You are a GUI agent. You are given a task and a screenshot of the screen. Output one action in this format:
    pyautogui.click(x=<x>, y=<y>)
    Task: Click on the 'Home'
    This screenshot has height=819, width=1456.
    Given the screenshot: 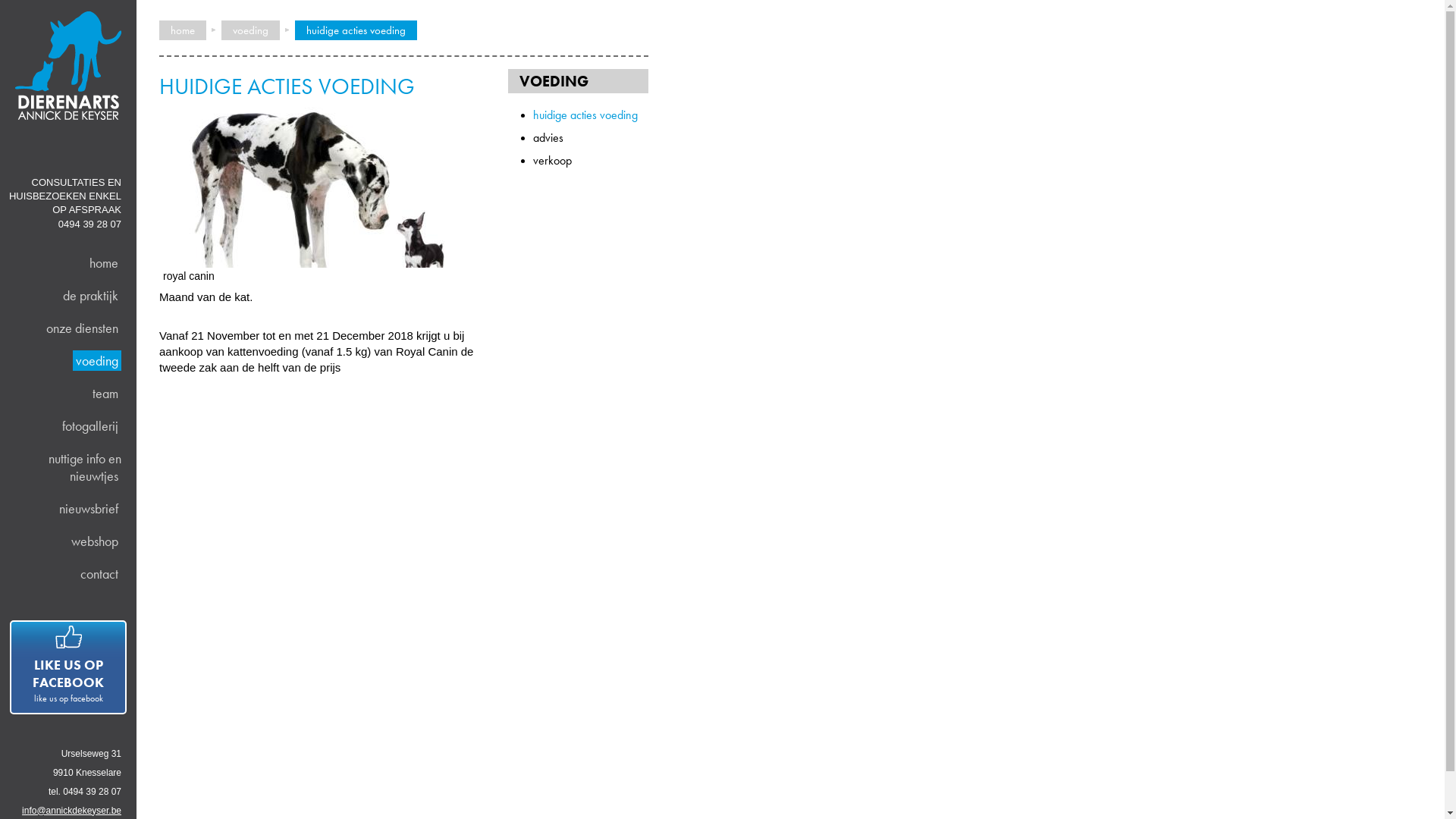 What is the action you would take?
    pyautogui.click(x=61, y=139)
    